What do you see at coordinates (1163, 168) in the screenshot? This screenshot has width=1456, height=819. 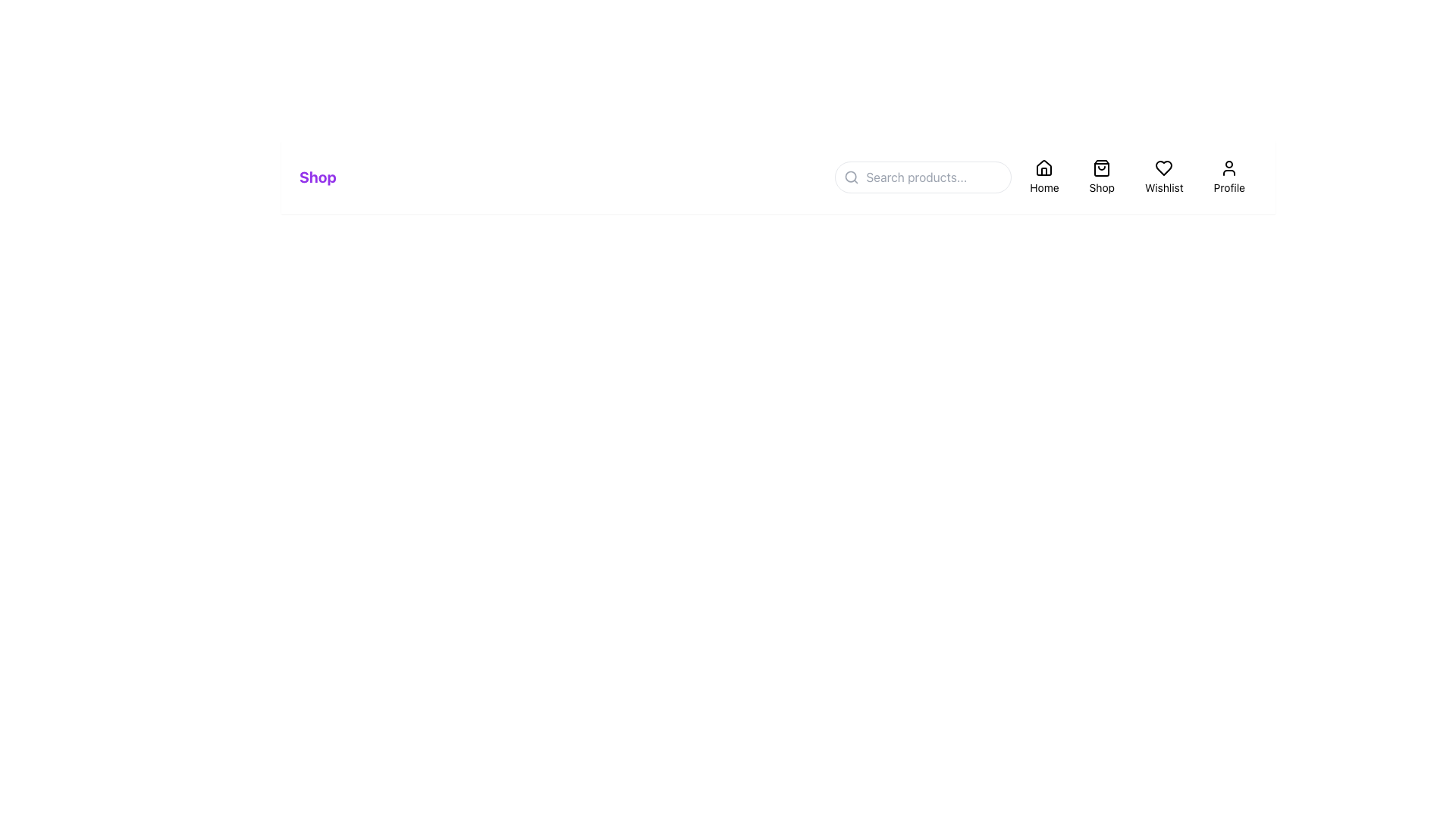 I see `the heart icon in the 'Wishlist' section of the navigation bar, located between 'Shop' and 'Profile'` at bounding box center [1163, 168].